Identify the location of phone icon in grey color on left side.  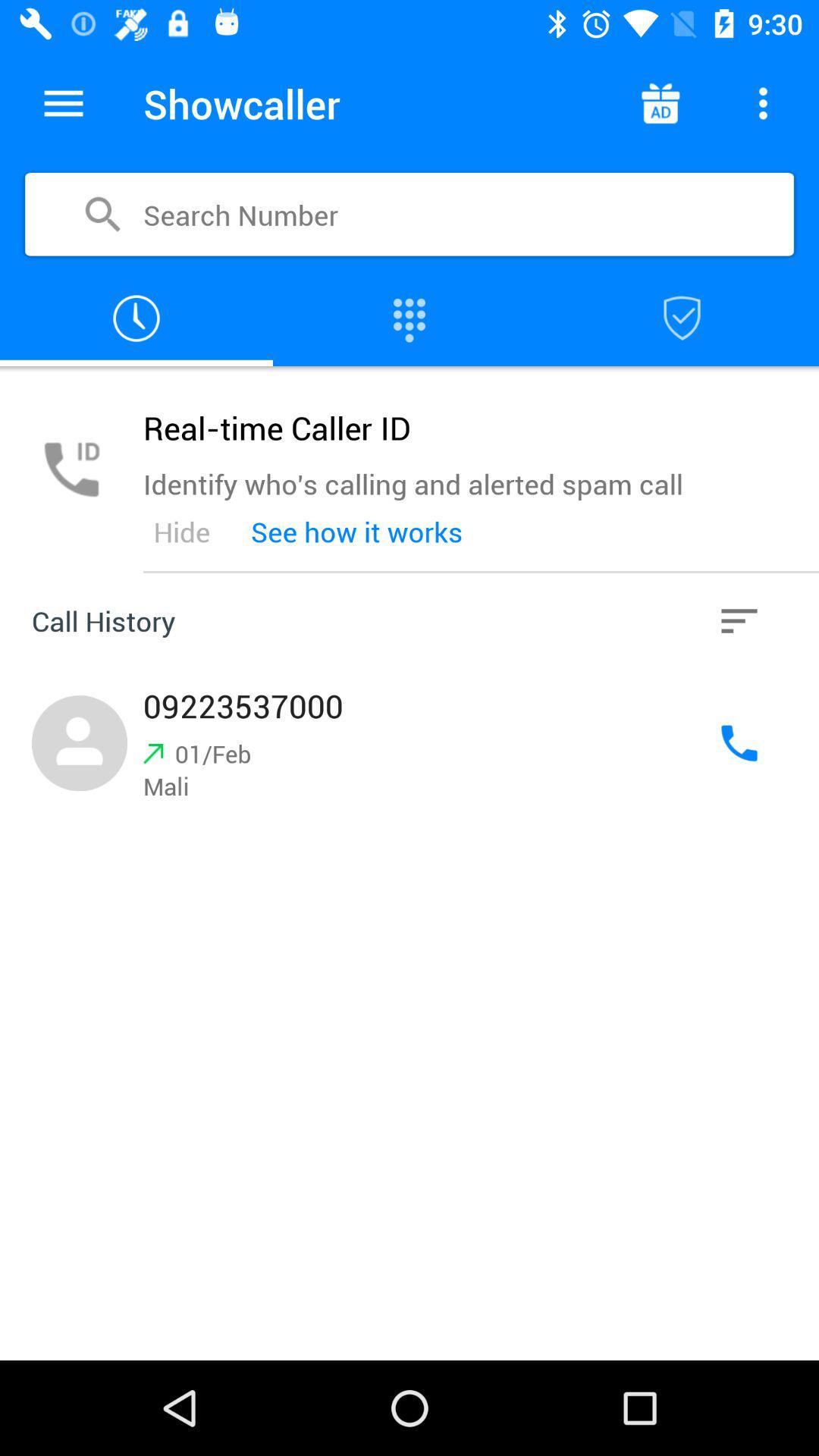
(71, 469).